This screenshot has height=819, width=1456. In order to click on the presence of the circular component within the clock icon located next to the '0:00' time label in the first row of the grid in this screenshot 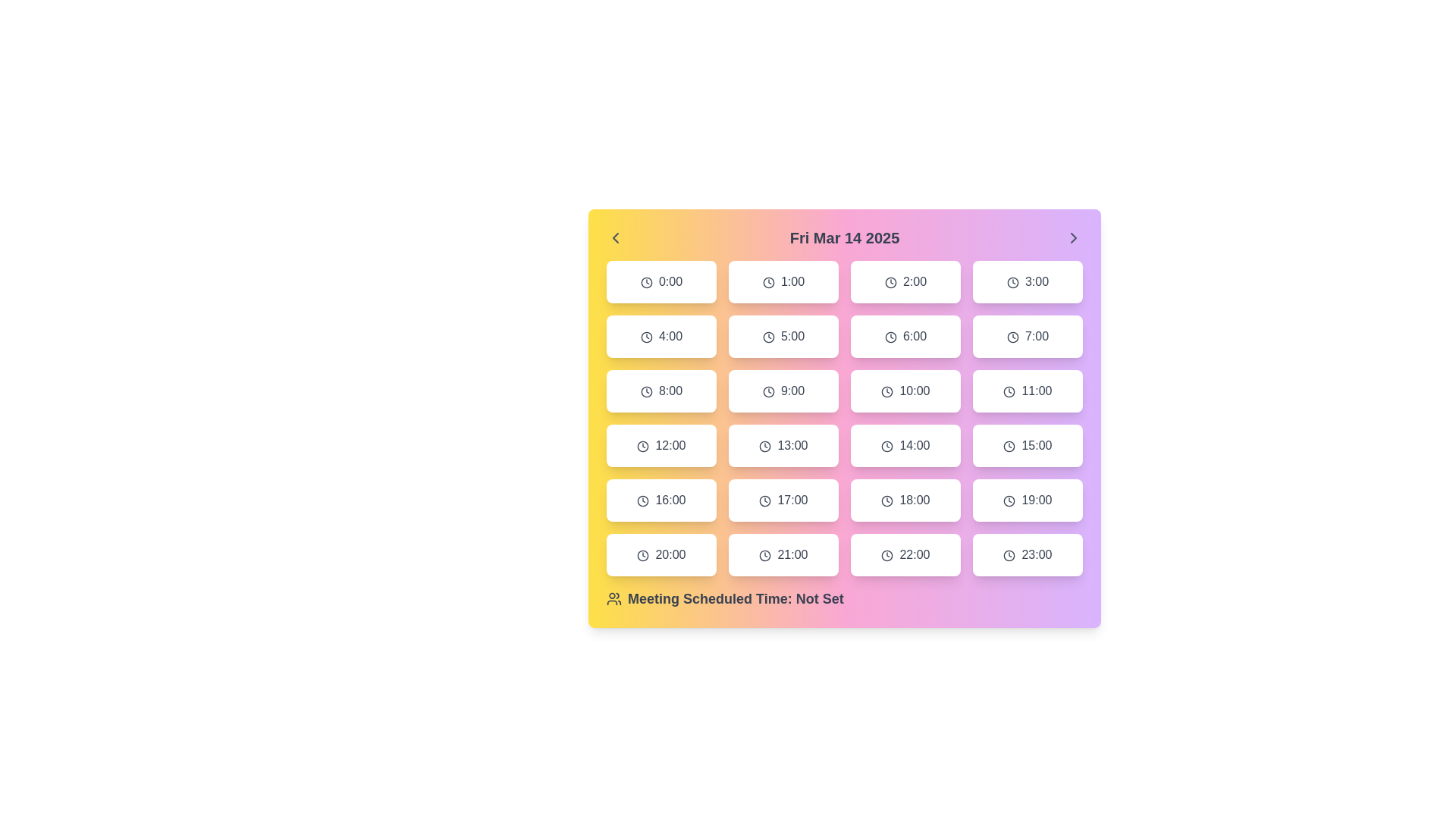, I will do `click(646, 282)`.